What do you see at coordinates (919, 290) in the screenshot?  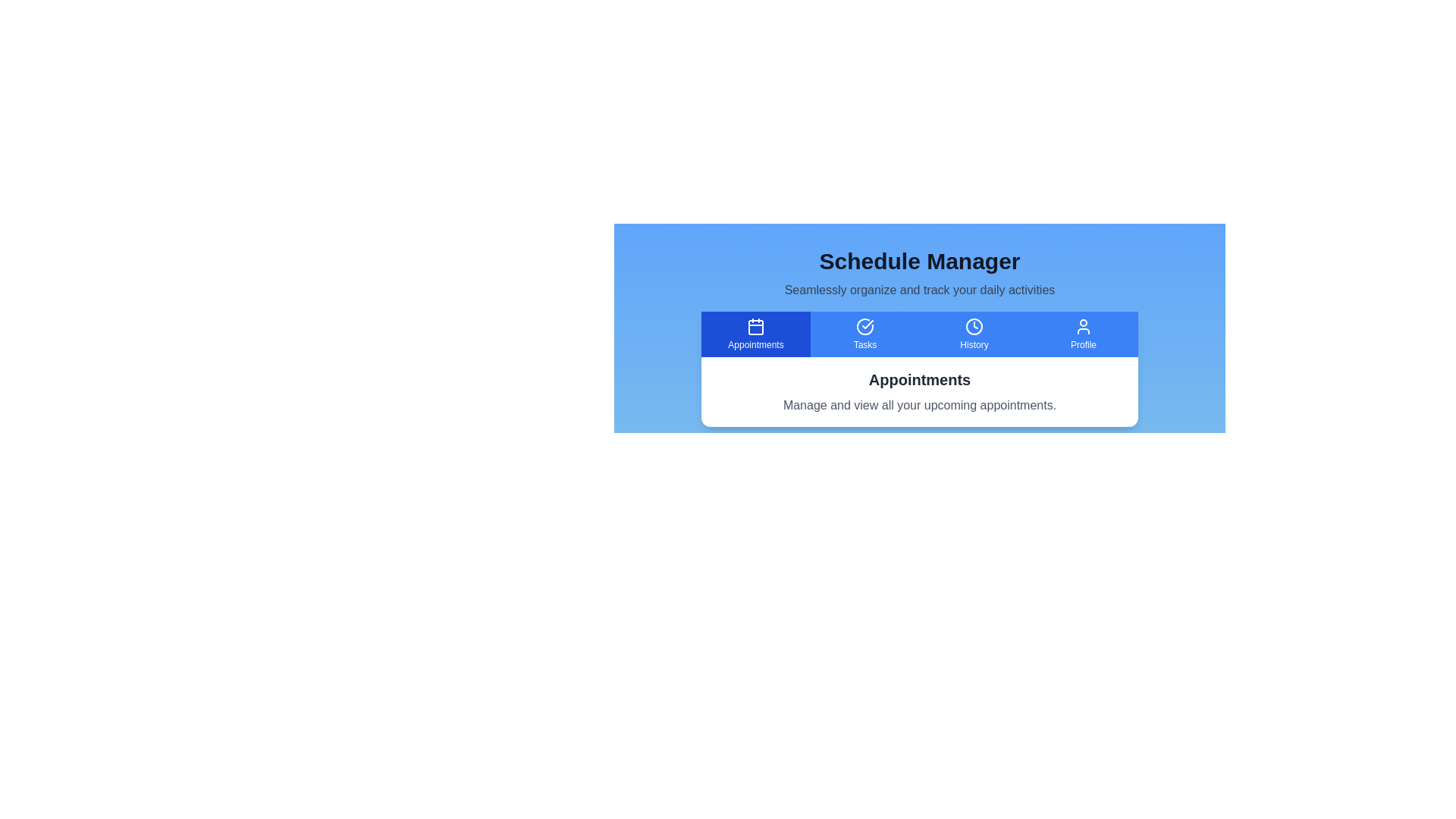 I see `descriptive information provided by the Text Label located below the 'Schedule Manager' heading, which serves as a subheading for the 'Schedule Manager' section` at bounding box center [919, 290].